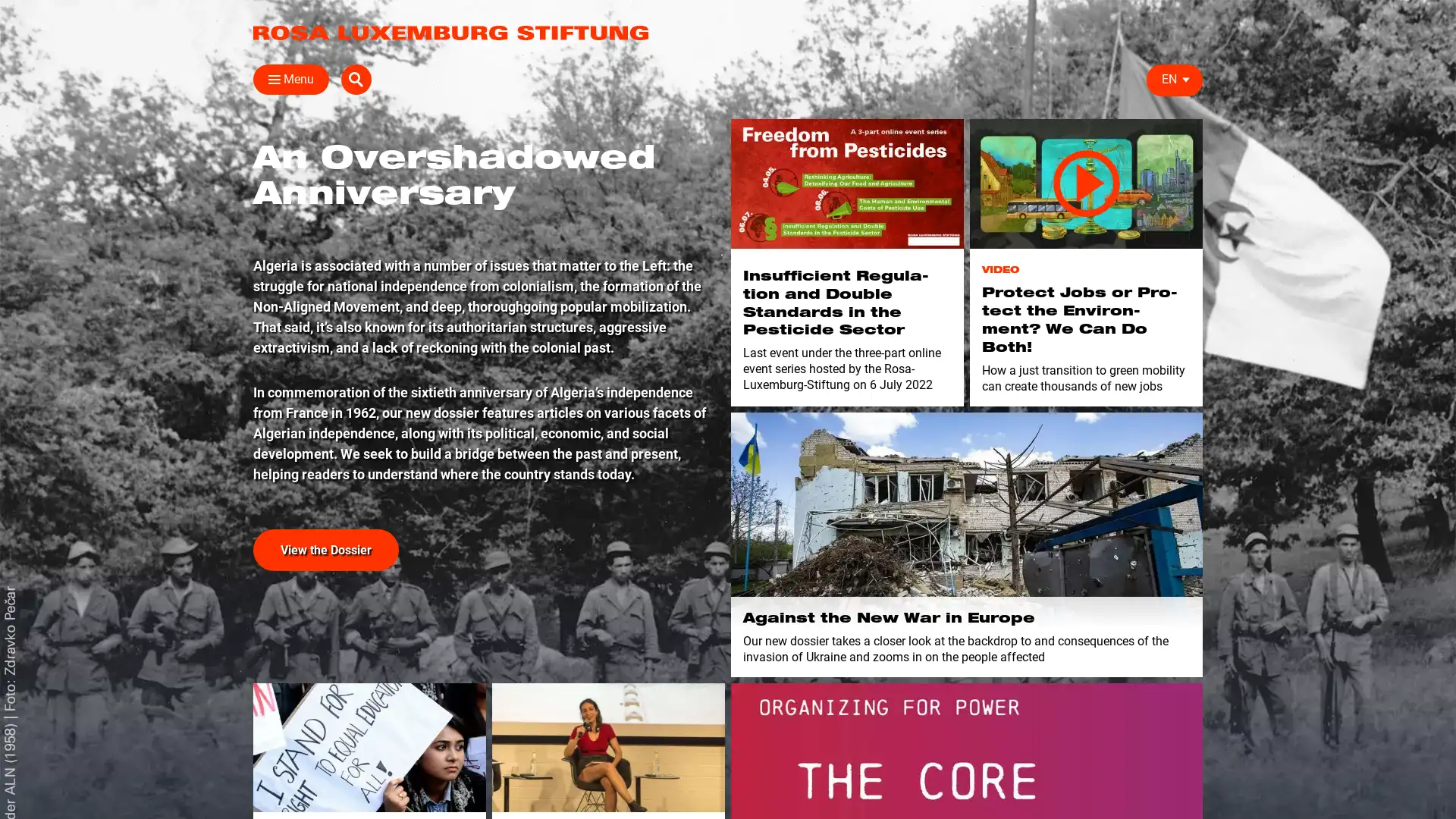  I want to click on Close, so click(268, 79).